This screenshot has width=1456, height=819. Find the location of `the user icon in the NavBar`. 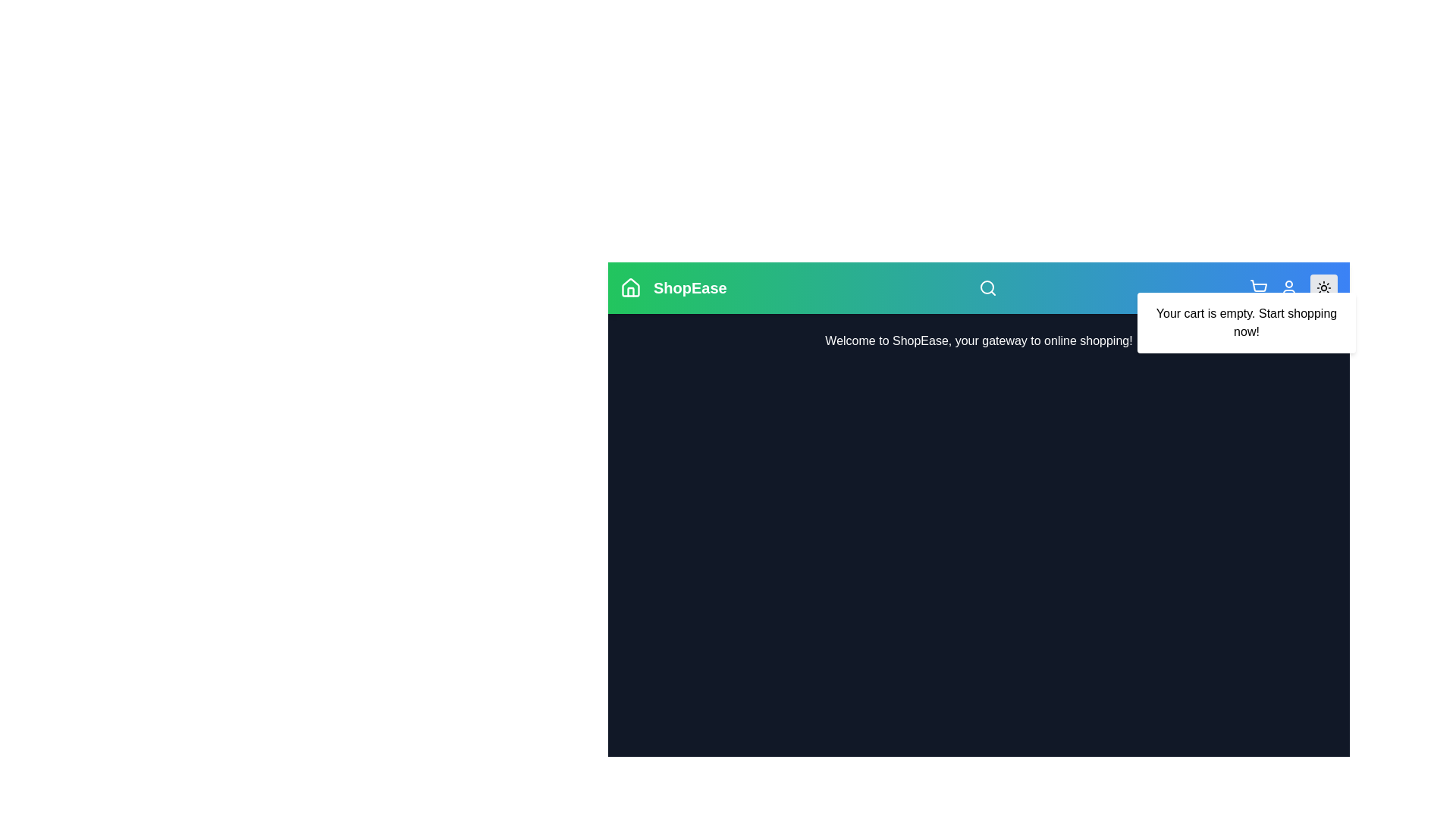

the user icon in the NavBar is located at coordinates (1288, 288).